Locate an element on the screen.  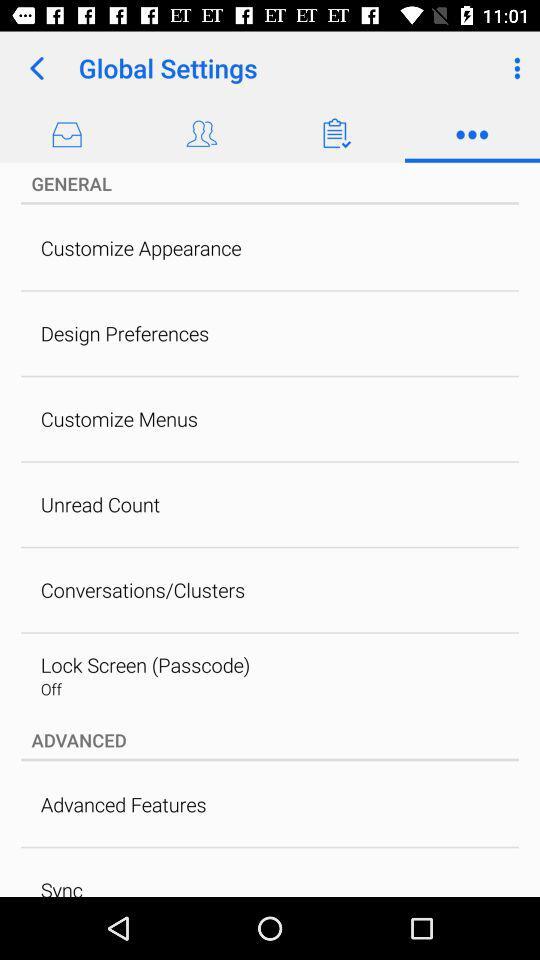
item below design preferences item is located at coordinates (119, 418).